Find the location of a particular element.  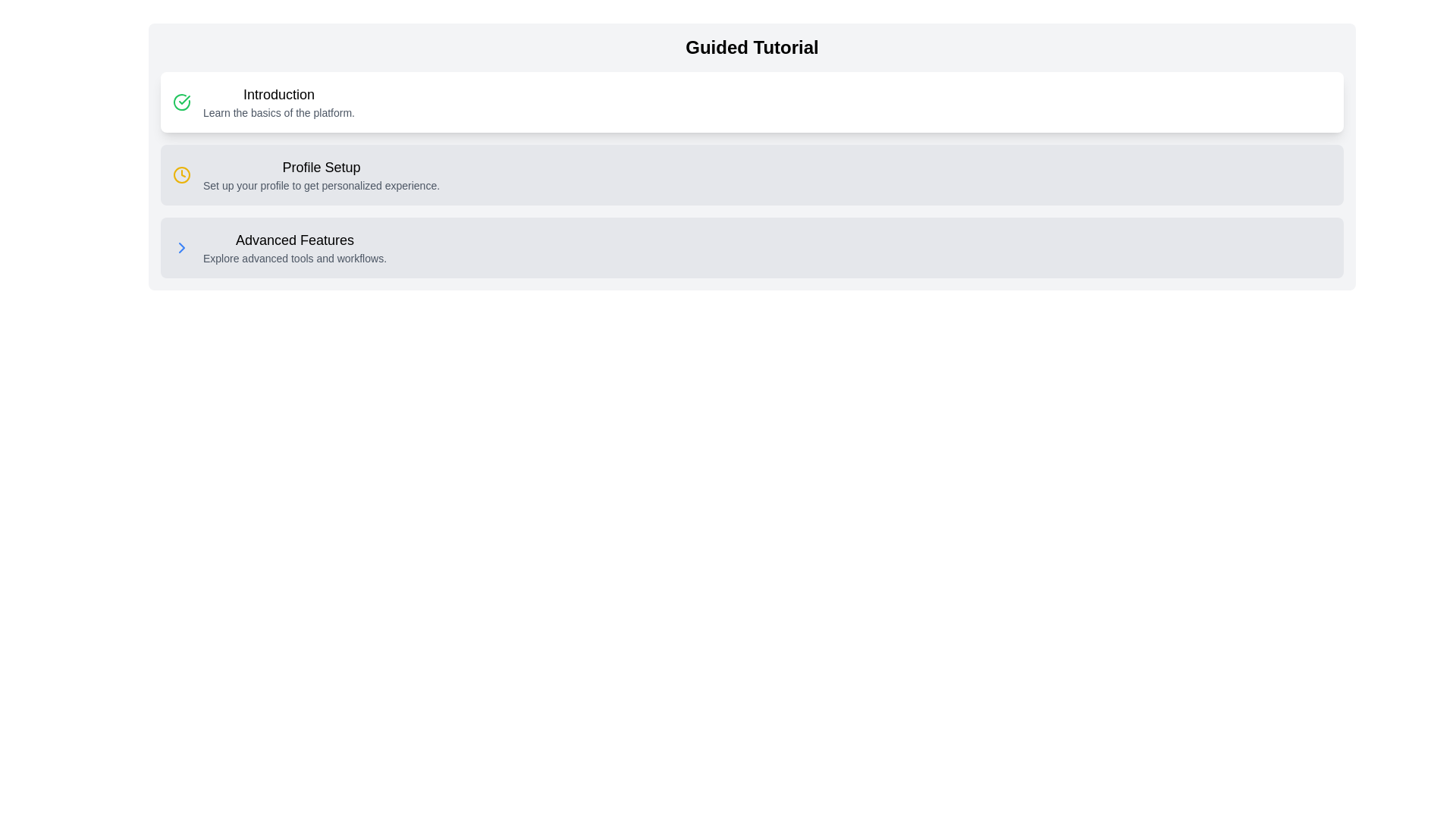

text from the title Text Label located at the top center of the box that includes sections for 'Introduction', 'Profile Setup', and 'Advanced Features' is located at coordinates (752, 46).